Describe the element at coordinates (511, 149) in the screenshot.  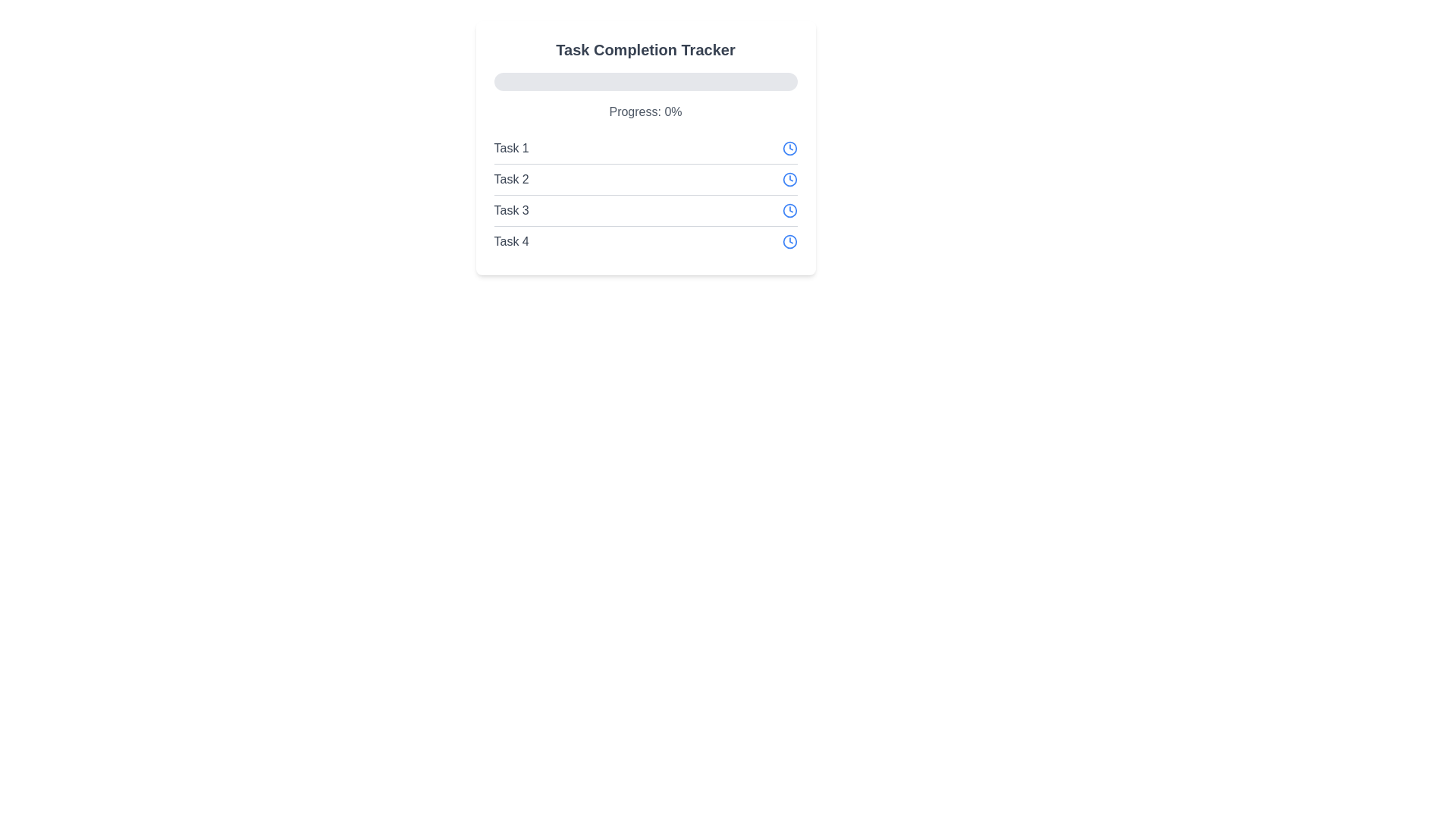
I see `text from the first item in the task list labeled 'Task 1', which is displayed in medium gray color under the 'Task Completion Tracker'` at that location.